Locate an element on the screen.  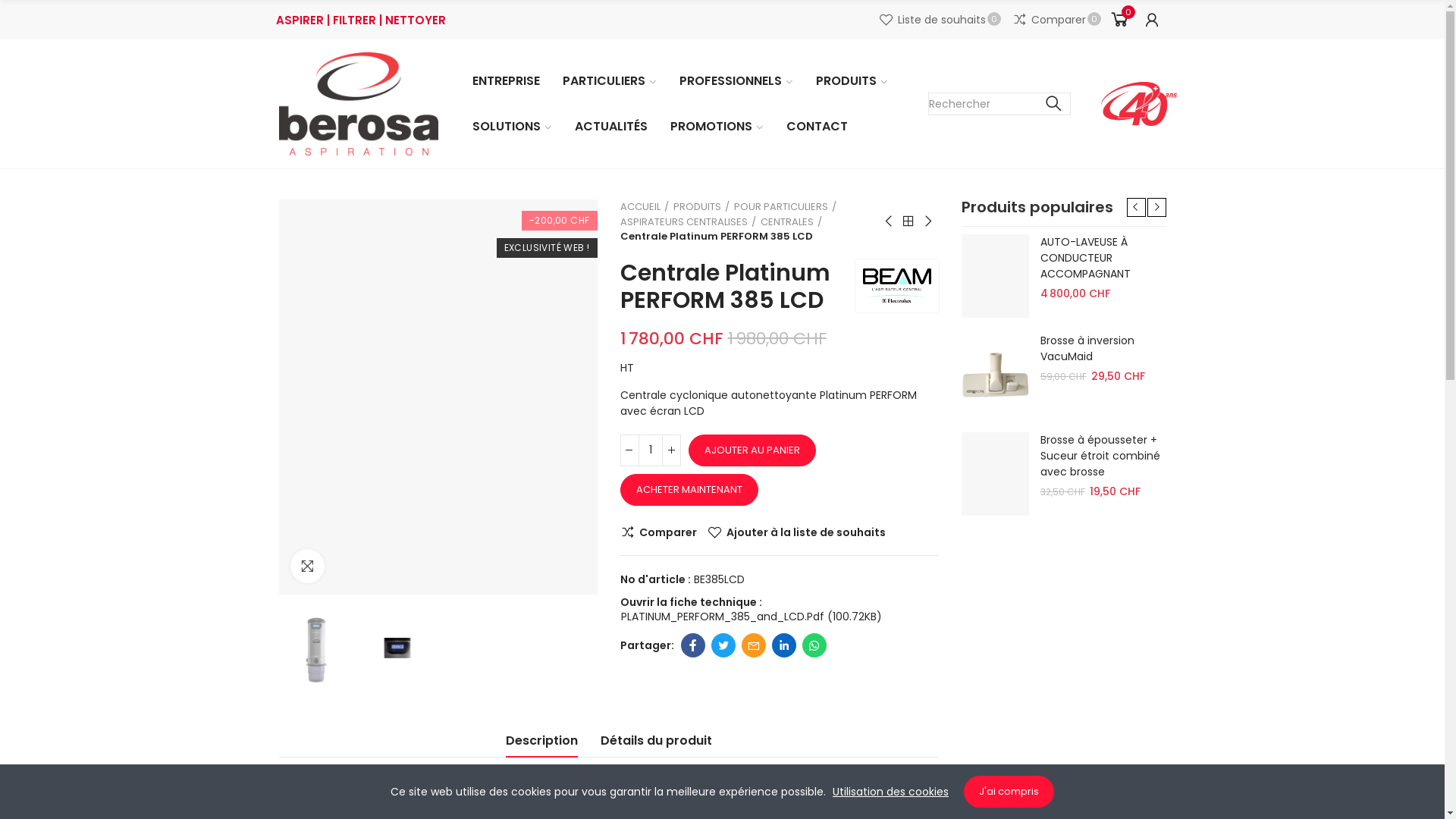
'Comparer is located at coordinates (1012, 20).